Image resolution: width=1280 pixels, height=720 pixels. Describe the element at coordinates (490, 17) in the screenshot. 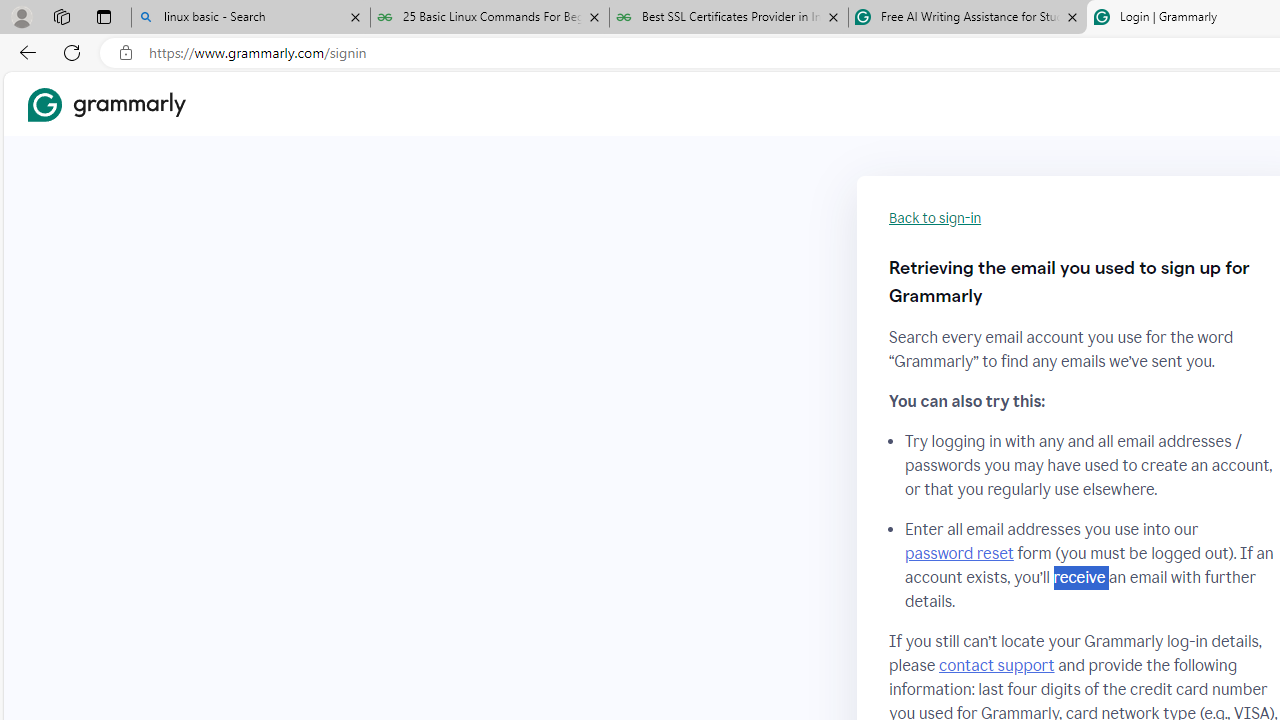

I see `'25 Basic Linux Commands For Beginners - GeeksforGeeks'` at that location.